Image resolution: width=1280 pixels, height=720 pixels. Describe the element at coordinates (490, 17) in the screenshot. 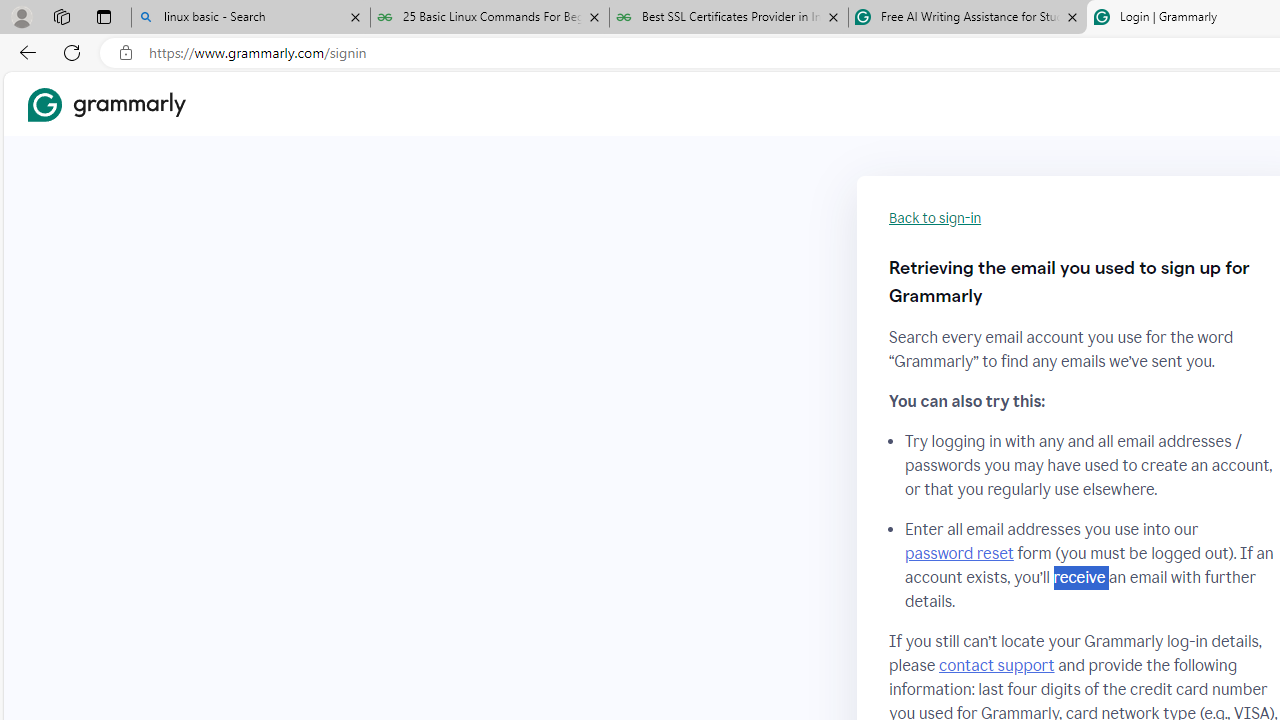

I see `'25 Basic Linux Commands For Beginners - GeeksforGeeks'` at that location.